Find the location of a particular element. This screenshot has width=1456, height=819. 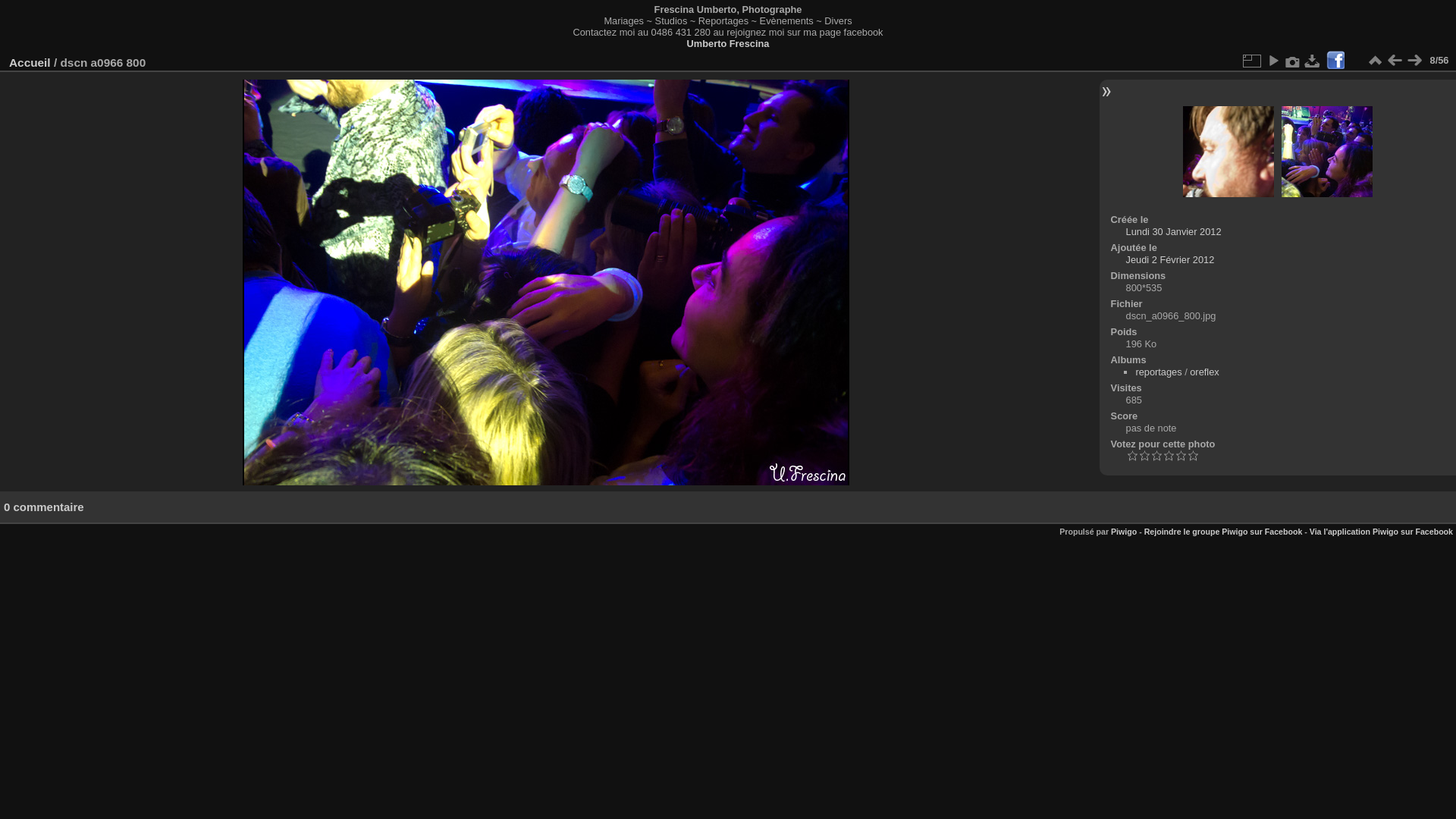

'Via l'application Piwigo sur Facebook' is located at coordinates (1381, 531).